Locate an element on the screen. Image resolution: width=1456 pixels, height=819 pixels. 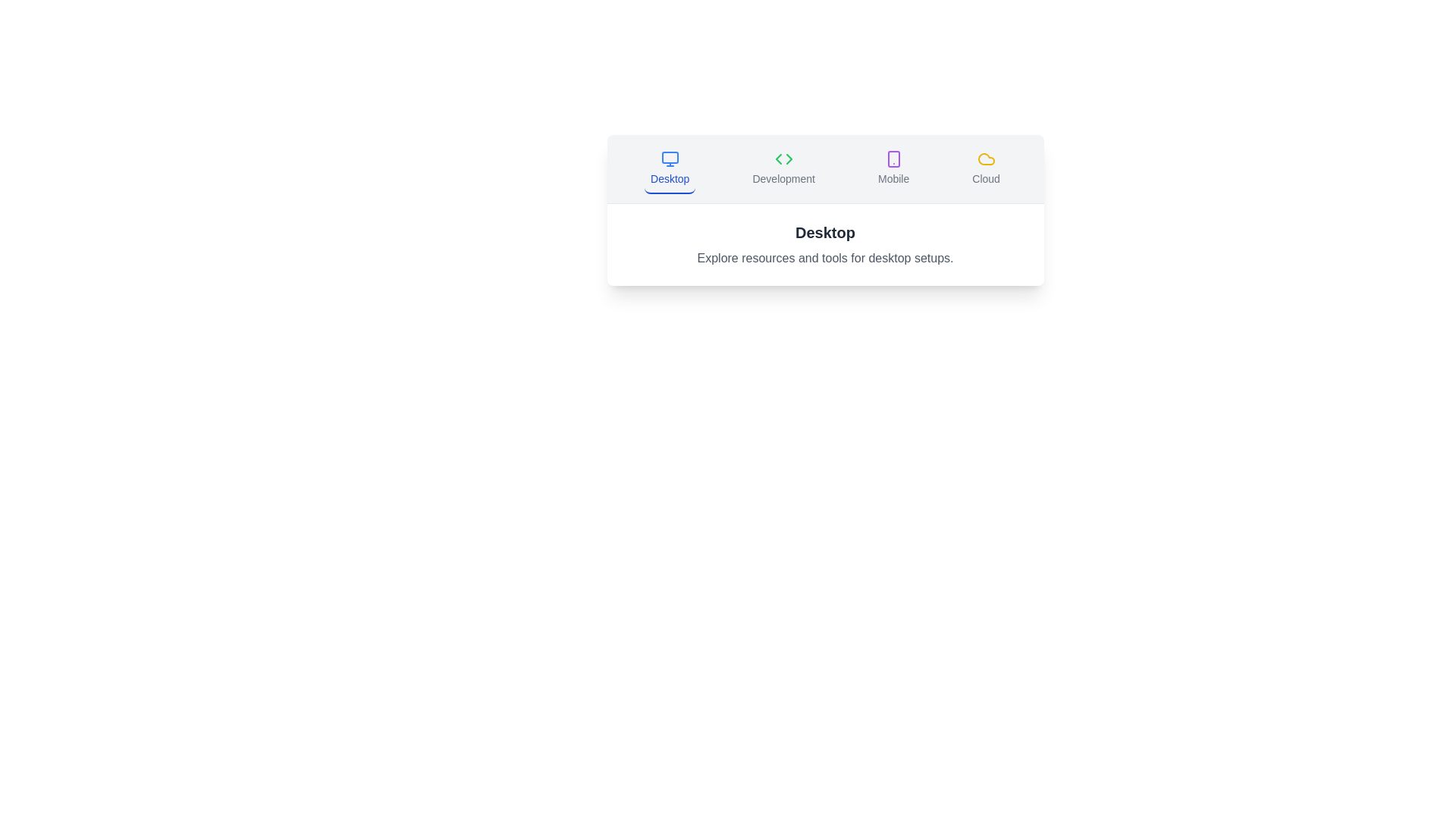
the tab button labeled Development to switch to the corresponding tab is located at coordinates (783, 169).